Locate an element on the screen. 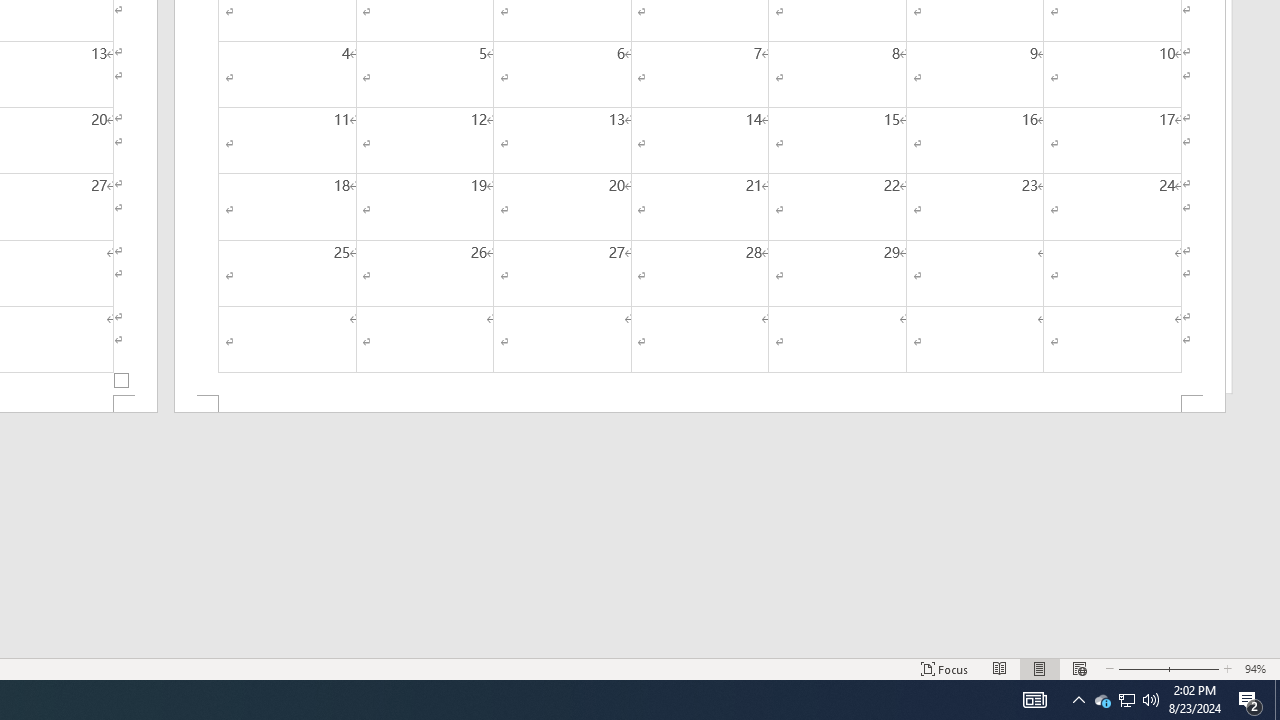 Image resolution: width=1280 pixels, height=720 pixels. 'Focus ' is located at coordinates (943, 669).